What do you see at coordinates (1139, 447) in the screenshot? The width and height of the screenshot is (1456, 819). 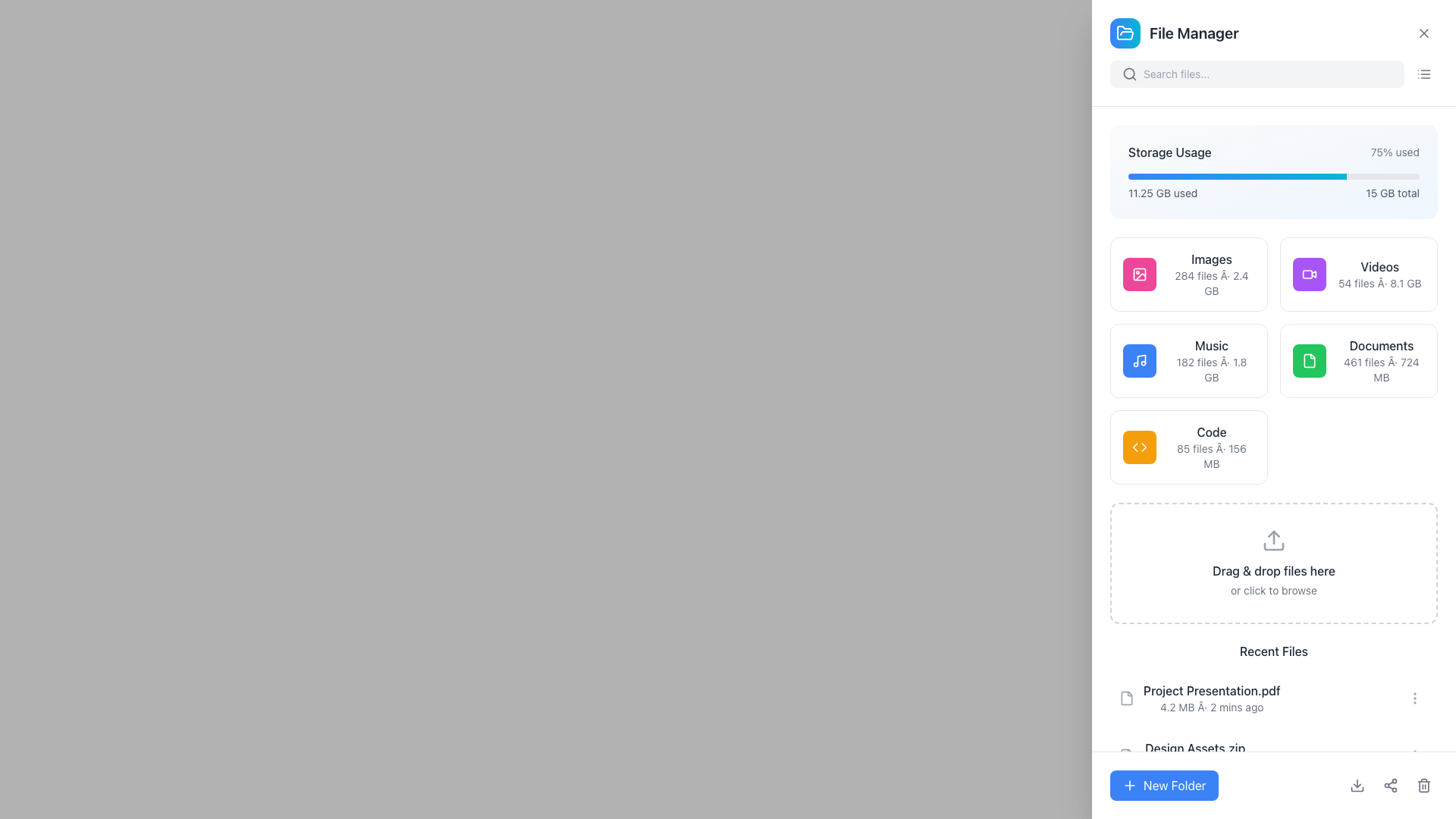 I see `the square button with rounded corners, featuring a vibrant amber-yellow background and a white icon resembling coding brackets, located in the 'Code' section under 'Storage Usage'` at bounding box center [1139, 447].